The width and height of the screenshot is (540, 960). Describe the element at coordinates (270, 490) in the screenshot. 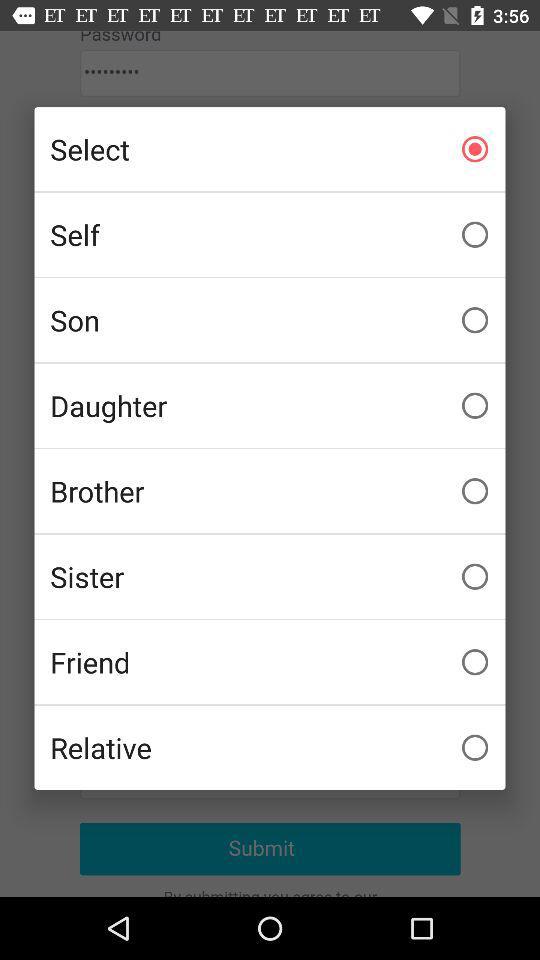

I see `the brother item` at that location.